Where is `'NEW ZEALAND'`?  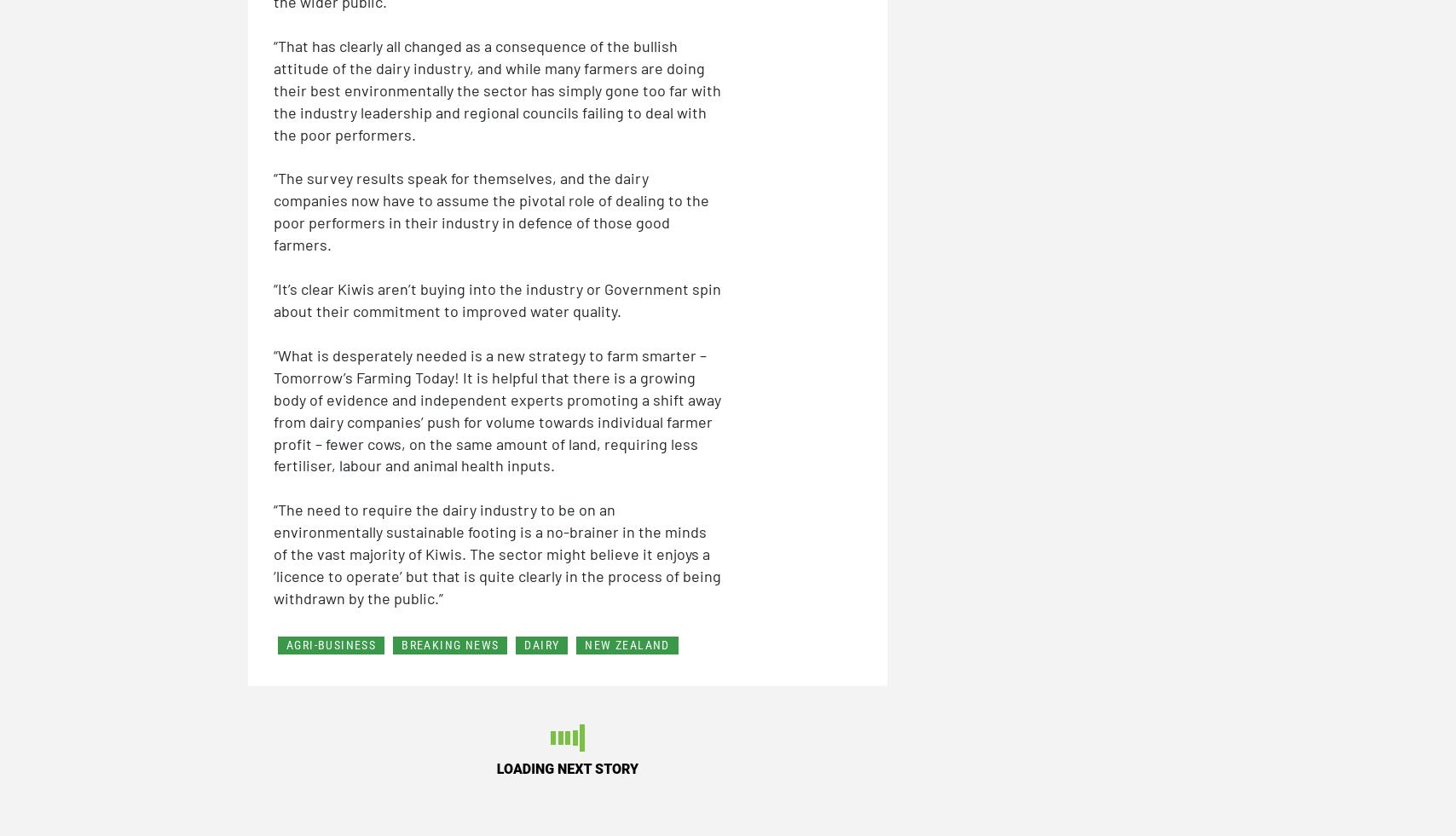 'NEW ZEALAND' is located at coordinates (627, 643).